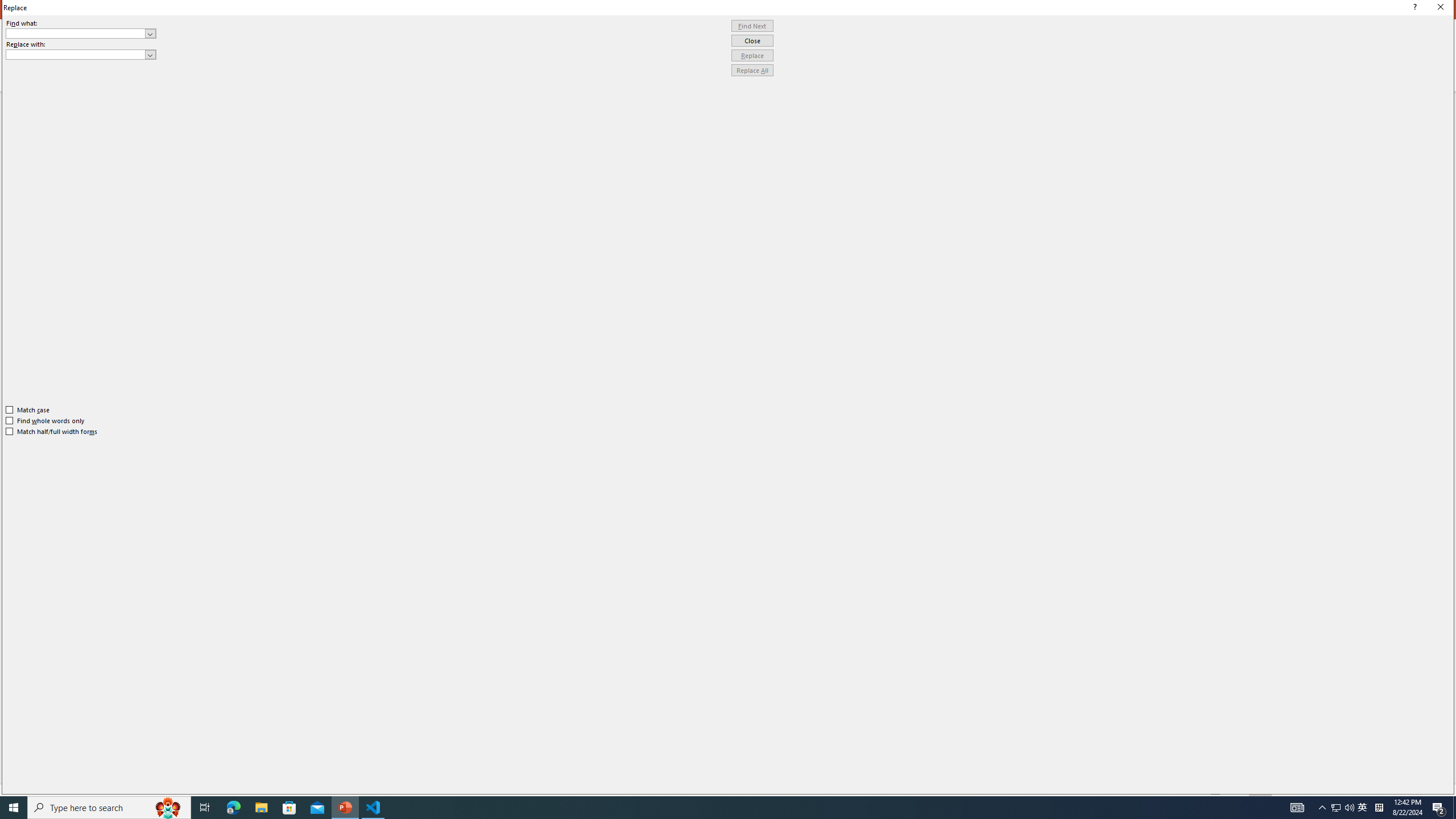  I want to click on 'Replace', so click(752, 55).